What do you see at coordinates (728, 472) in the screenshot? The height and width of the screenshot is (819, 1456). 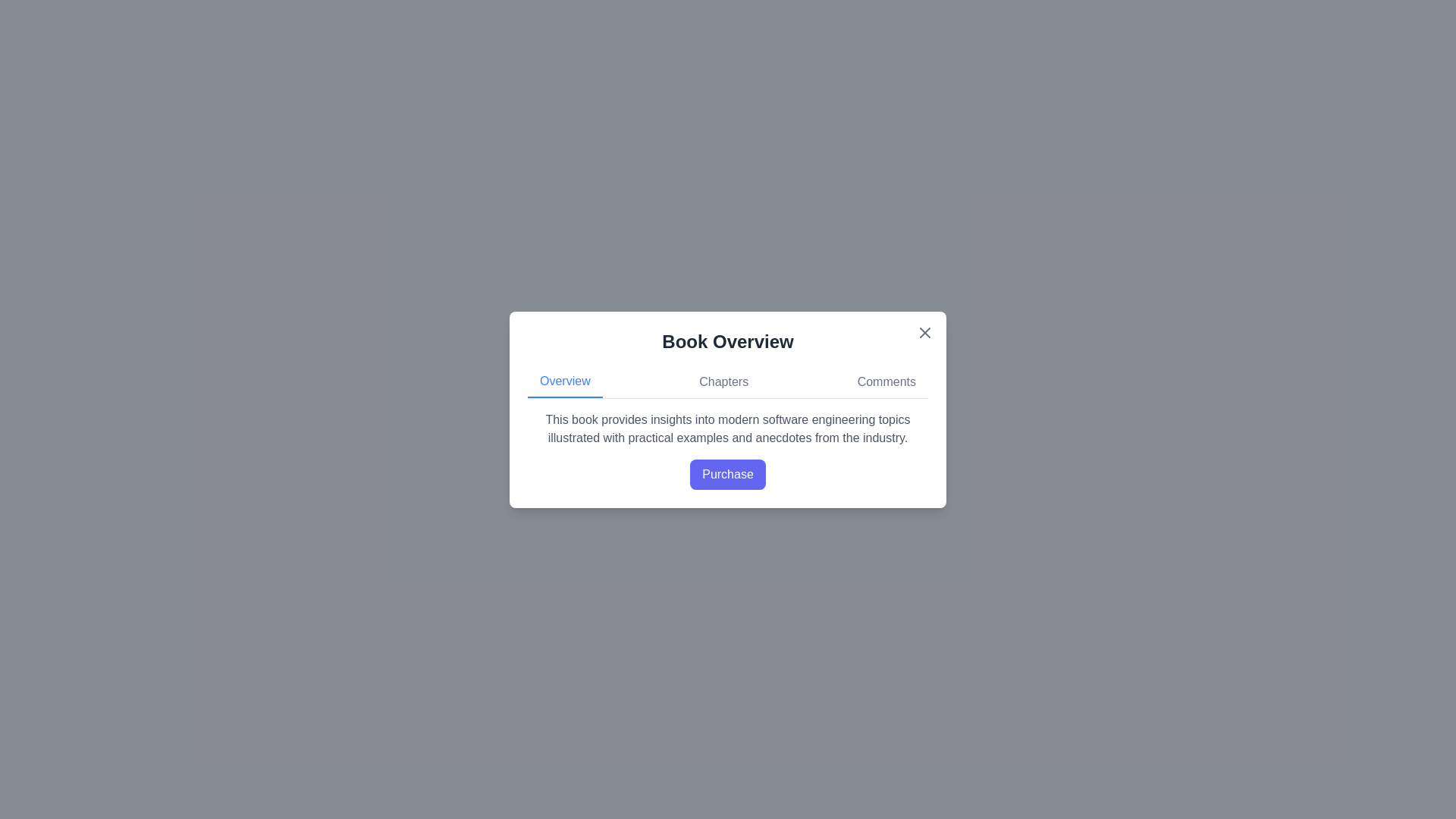 I see `the purchase button located at the bottom center of the dialog box to initiate the purchase process` at bounding box center [728, 472].